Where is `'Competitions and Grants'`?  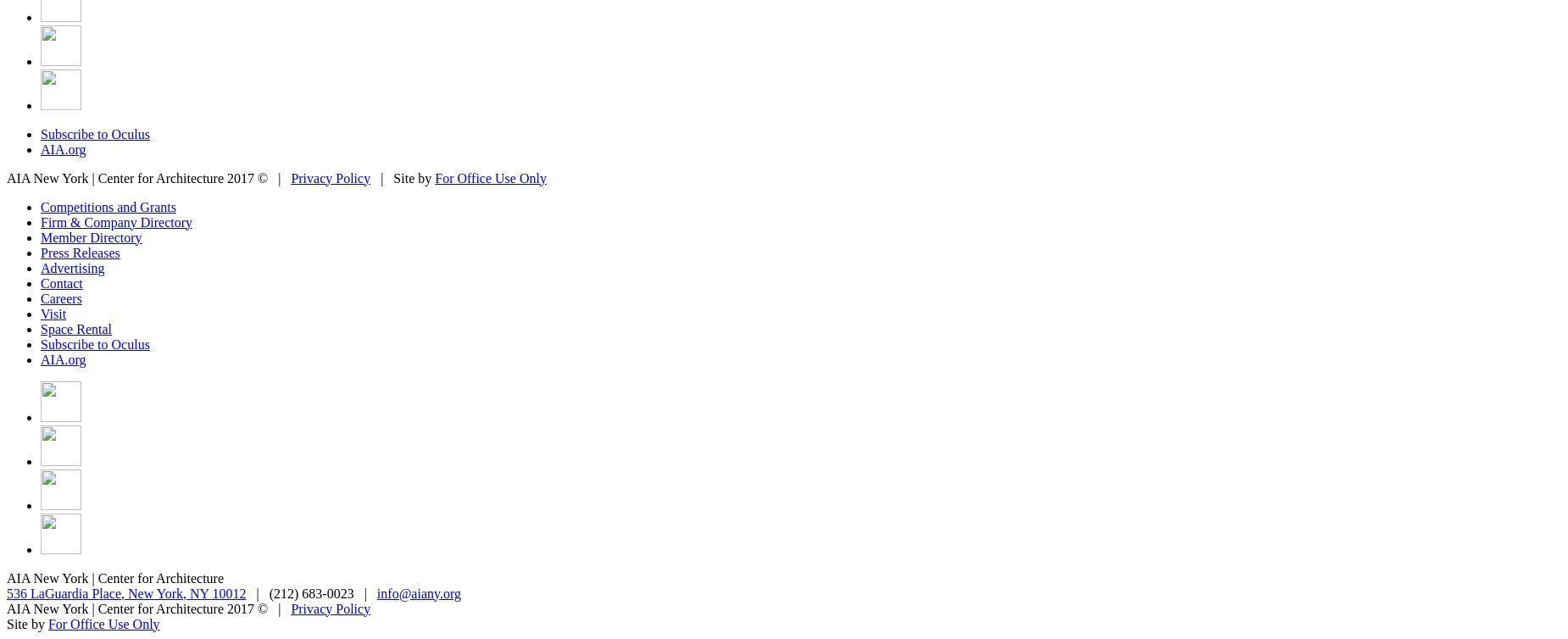
'Competitions and Grants' is located at coordinates (107, 205).